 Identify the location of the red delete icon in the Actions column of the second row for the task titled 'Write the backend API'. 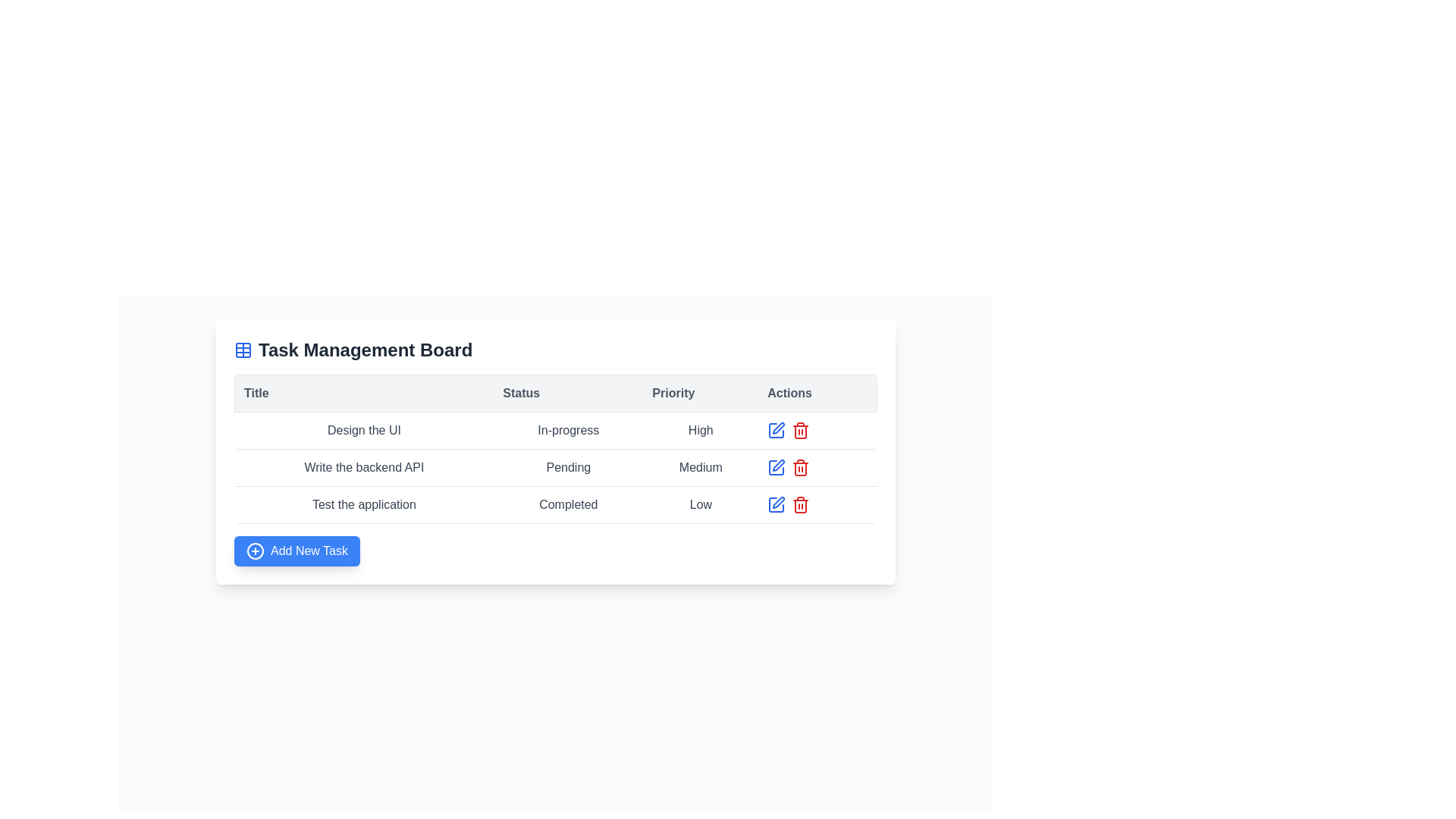
(817, 467).